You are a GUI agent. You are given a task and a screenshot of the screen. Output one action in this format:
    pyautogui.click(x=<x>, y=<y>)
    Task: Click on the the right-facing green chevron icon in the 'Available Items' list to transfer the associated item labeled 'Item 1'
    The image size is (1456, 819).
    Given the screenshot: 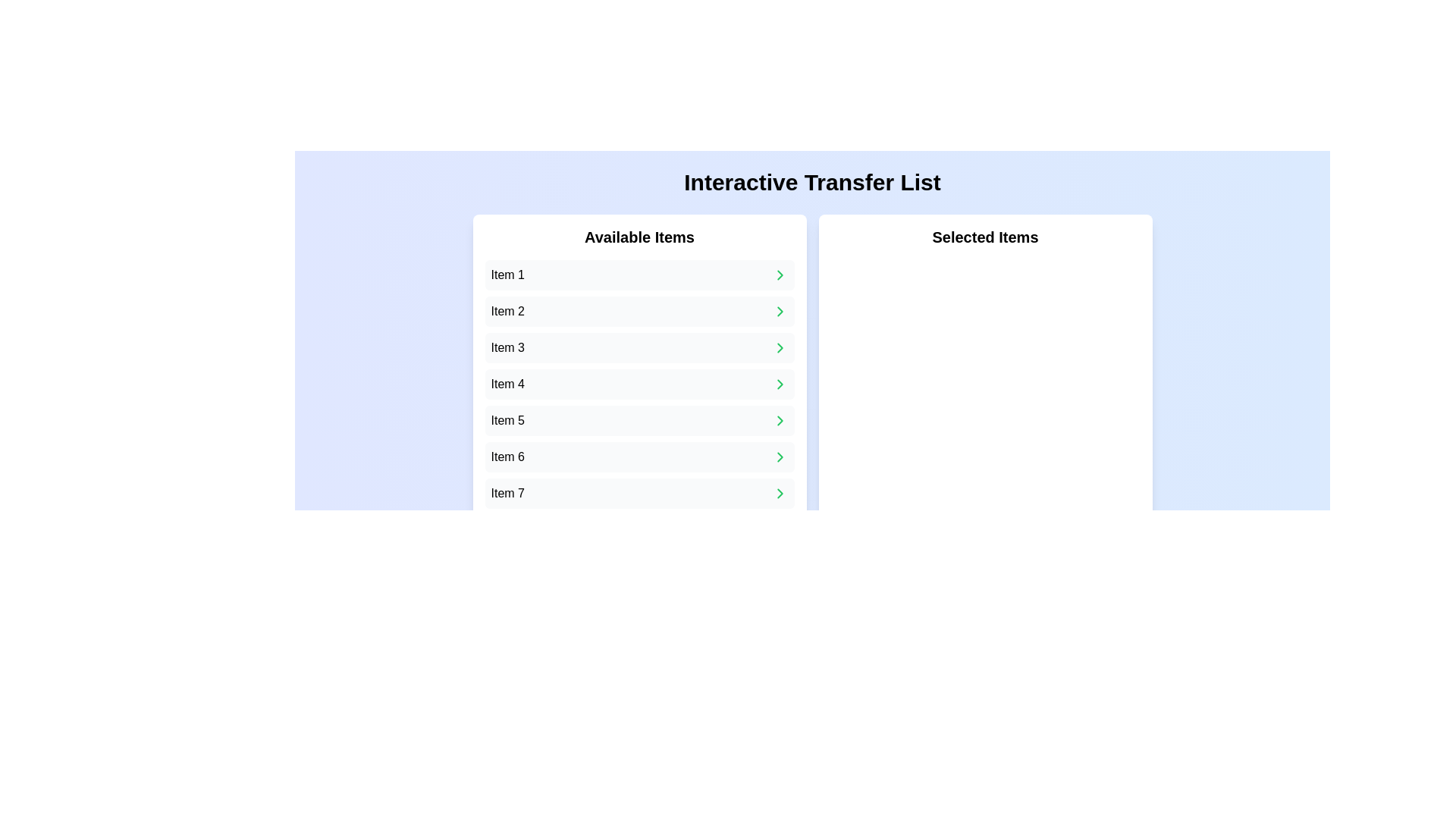 What is the action you would take?
    pyautogui.click(x=780, y=275)
    